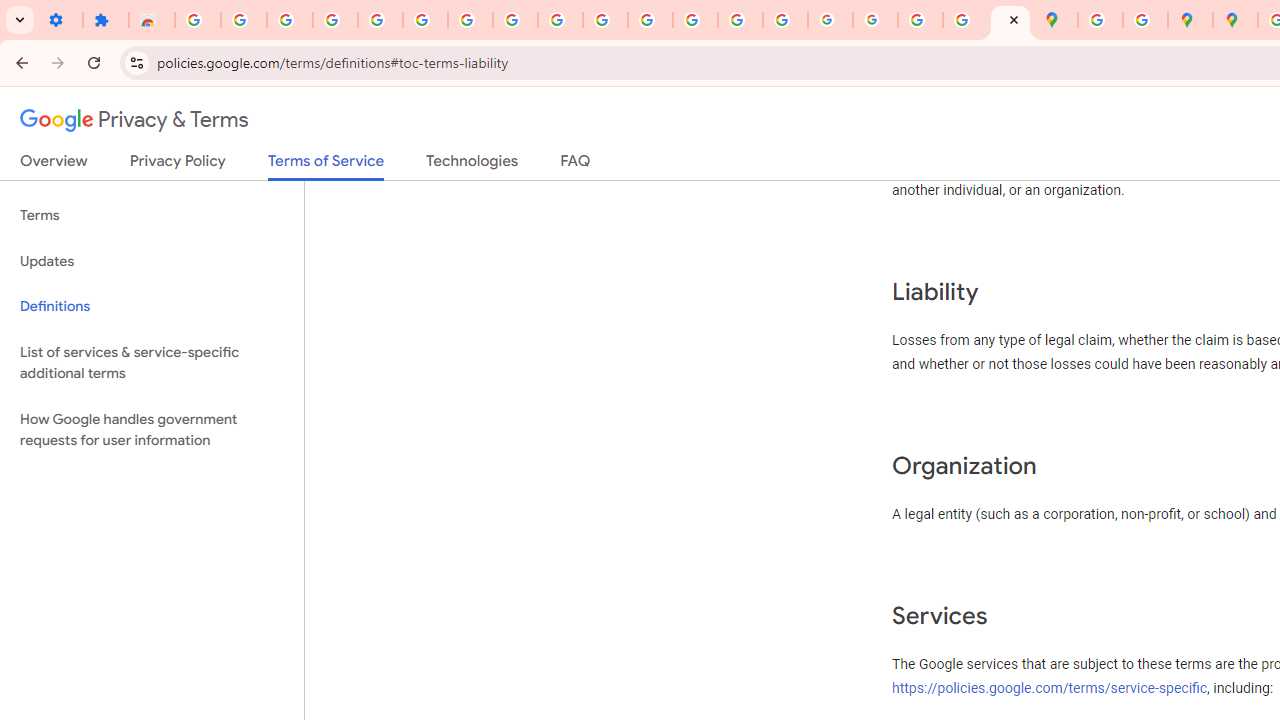 This screenshot has width=1280, height=720. I want to click on 'Updates', so click(151, 260).